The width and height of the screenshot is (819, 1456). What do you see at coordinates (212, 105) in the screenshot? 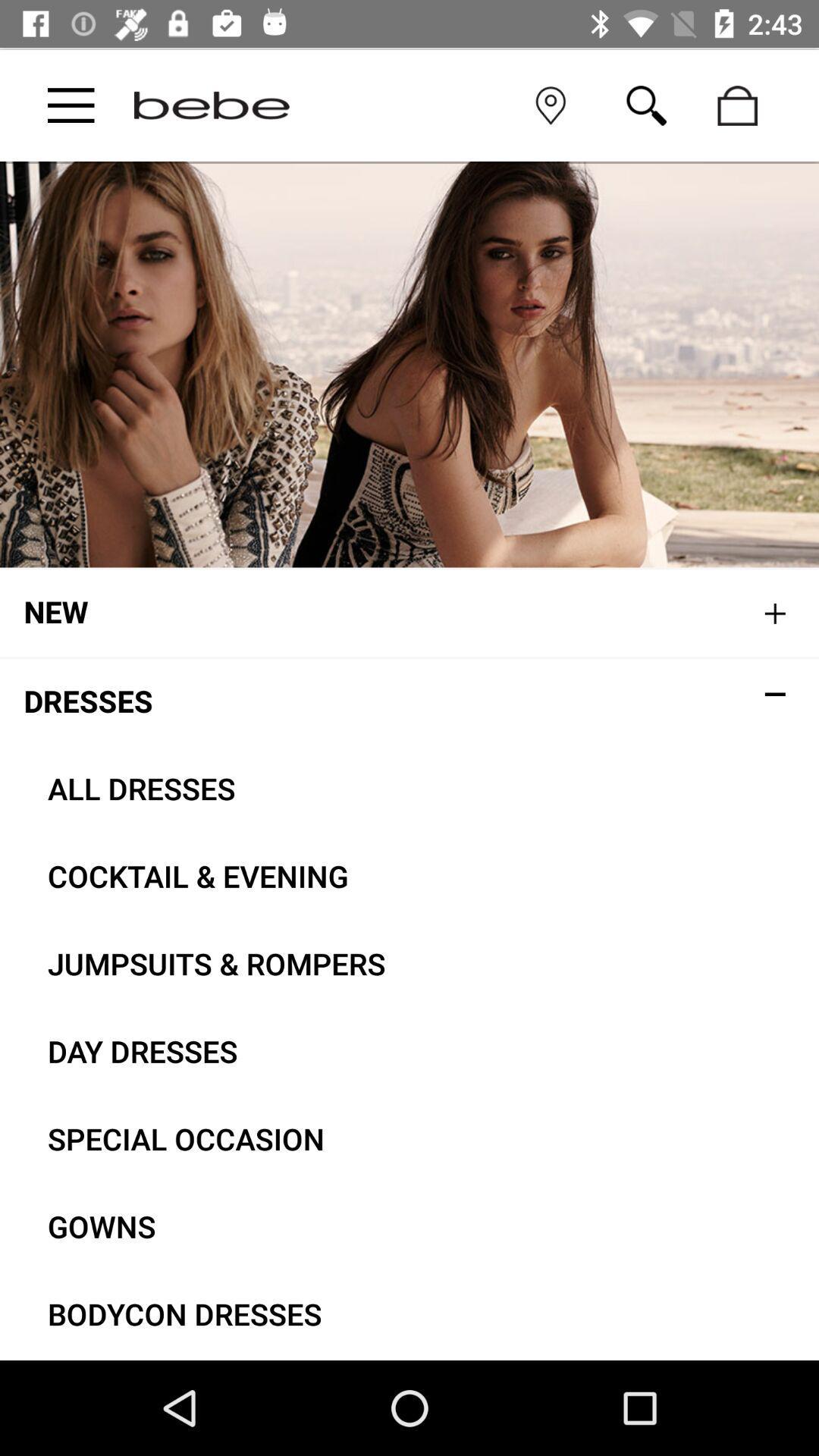
I see `main page` at bounding box center [212, 105].